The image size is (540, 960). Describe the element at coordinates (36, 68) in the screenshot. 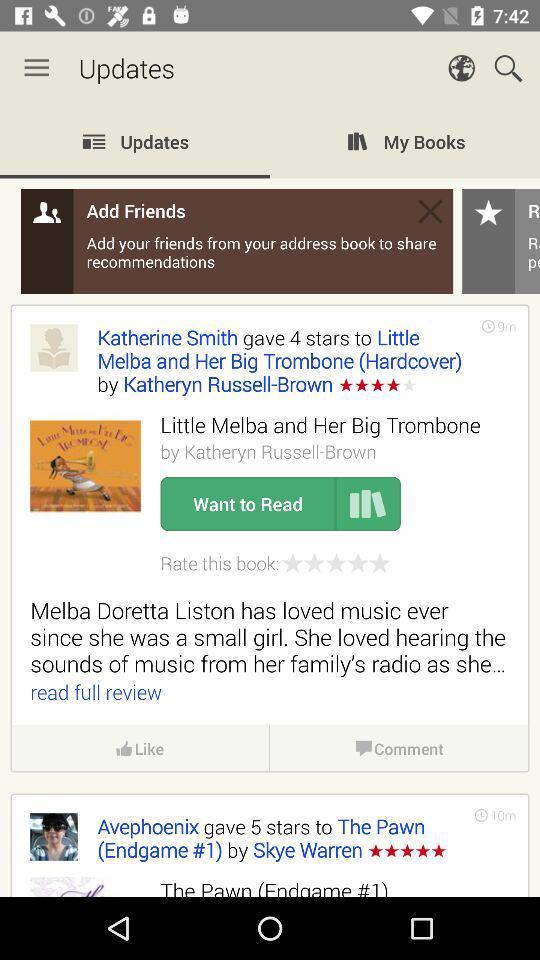

I see `the app to the left of the updates app` at that location.